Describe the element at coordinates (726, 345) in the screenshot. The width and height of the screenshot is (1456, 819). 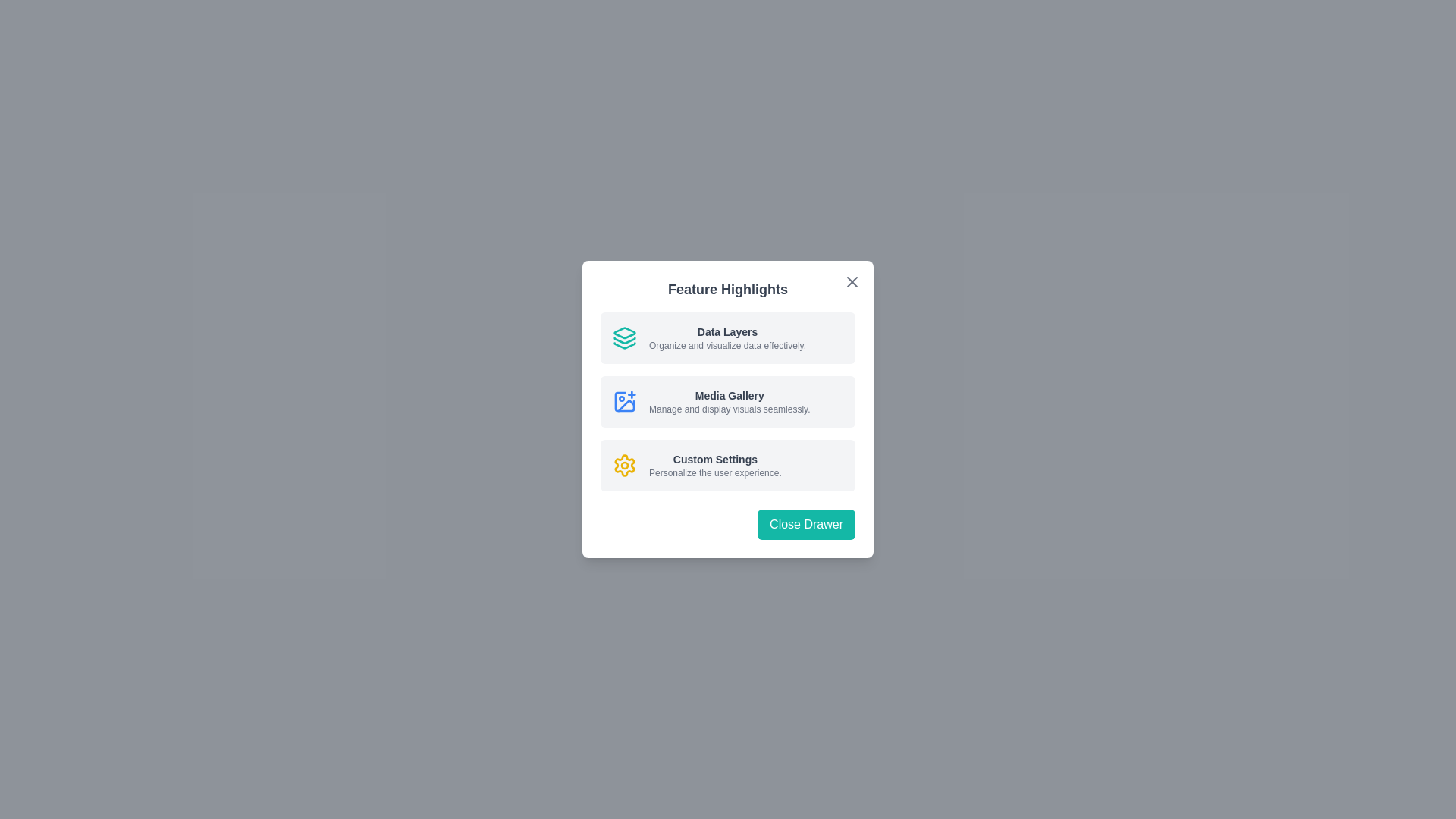
I see `the explanatory text label about the 'Data Layers' feature located in the 'Feature Highlights' modal dialog box, positioned below the title 'Data Layers'` at that location.